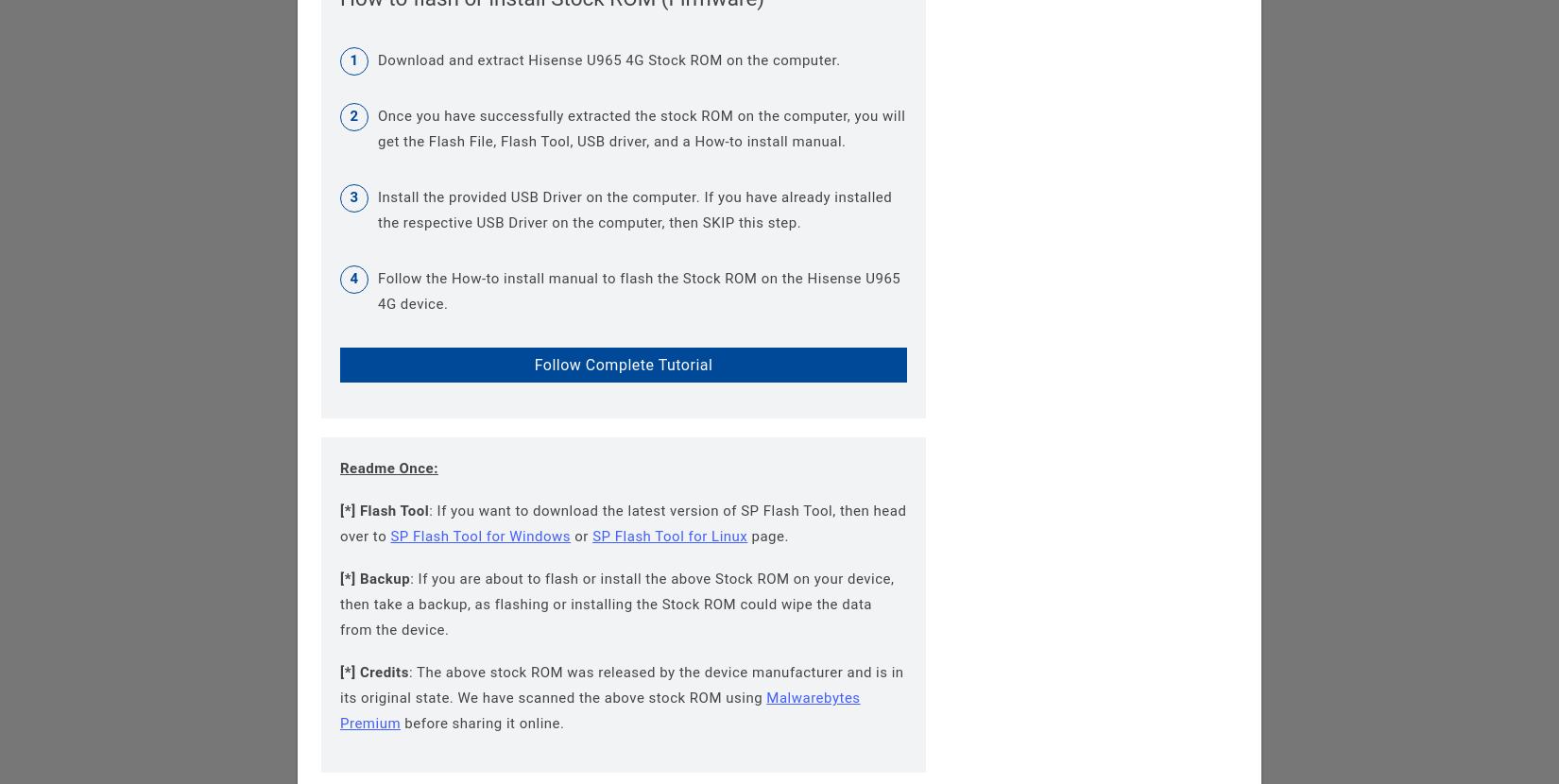 Image resolution: width=1559 pixels, height=784 pixels. What do you see at coordinates (669, 535) in the screenshot?
I see `'SP Flash Tool for Linux'` at bounding box center [669, 535].